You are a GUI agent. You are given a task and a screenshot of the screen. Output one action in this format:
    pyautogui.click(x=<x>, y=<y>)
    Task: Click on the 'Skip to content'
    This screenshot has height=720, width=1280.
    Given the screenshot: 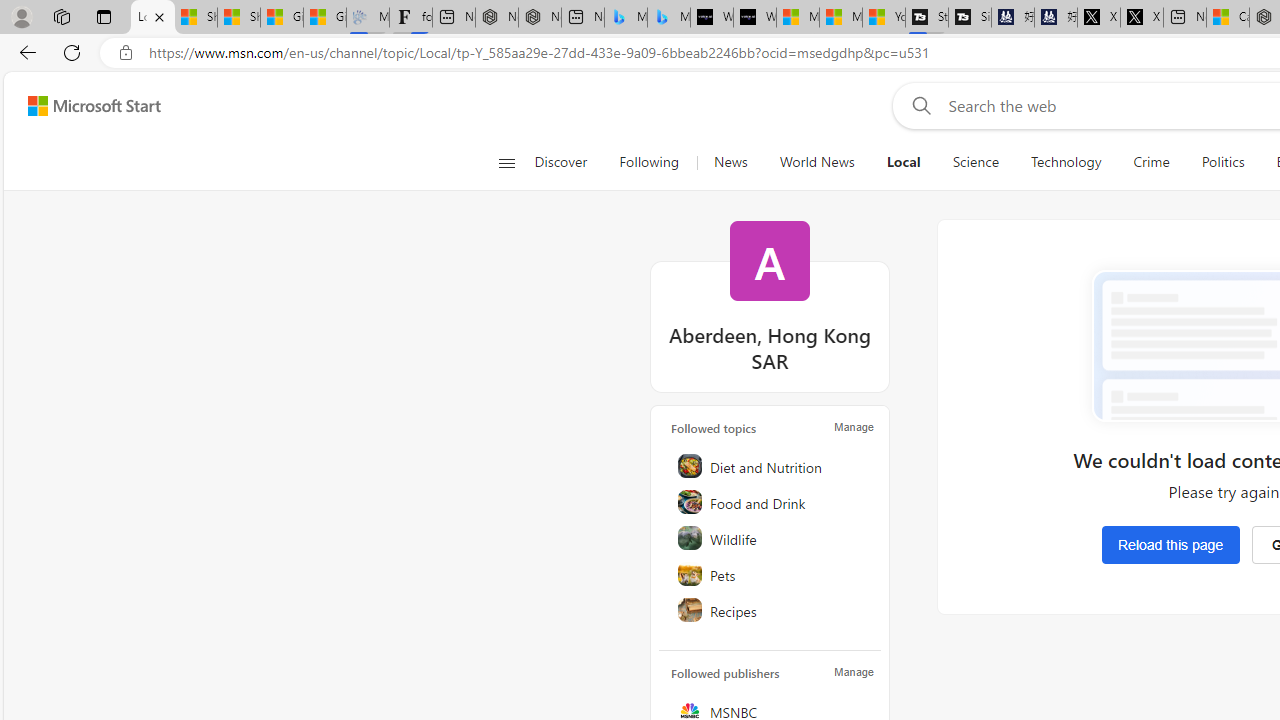 What is the action you would take?
    pyautogui.click(x=86, y=105)
    